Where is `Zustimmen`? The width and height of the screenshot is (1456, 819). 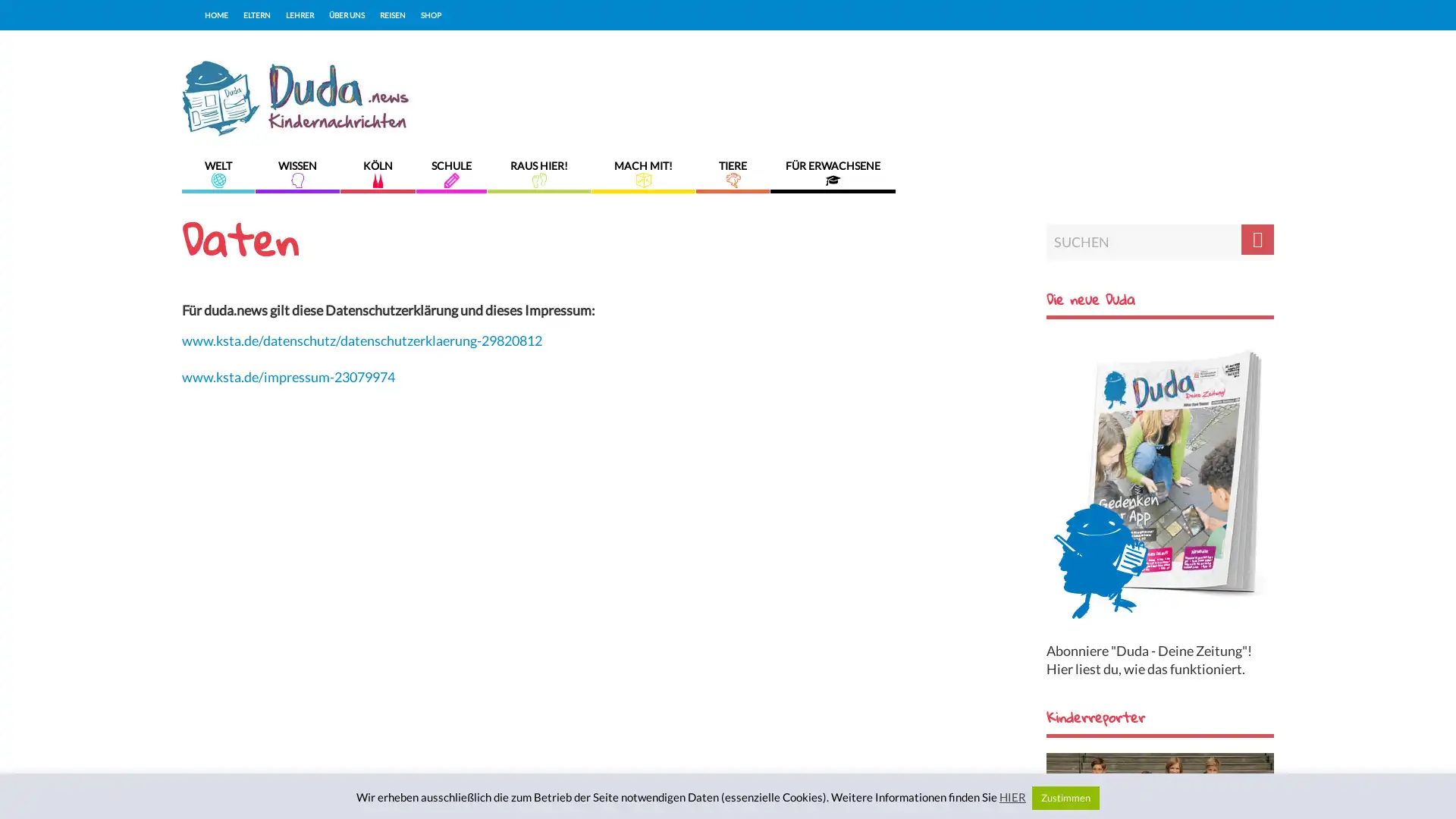
Zustimmen is located at coordinates (1065, 797).